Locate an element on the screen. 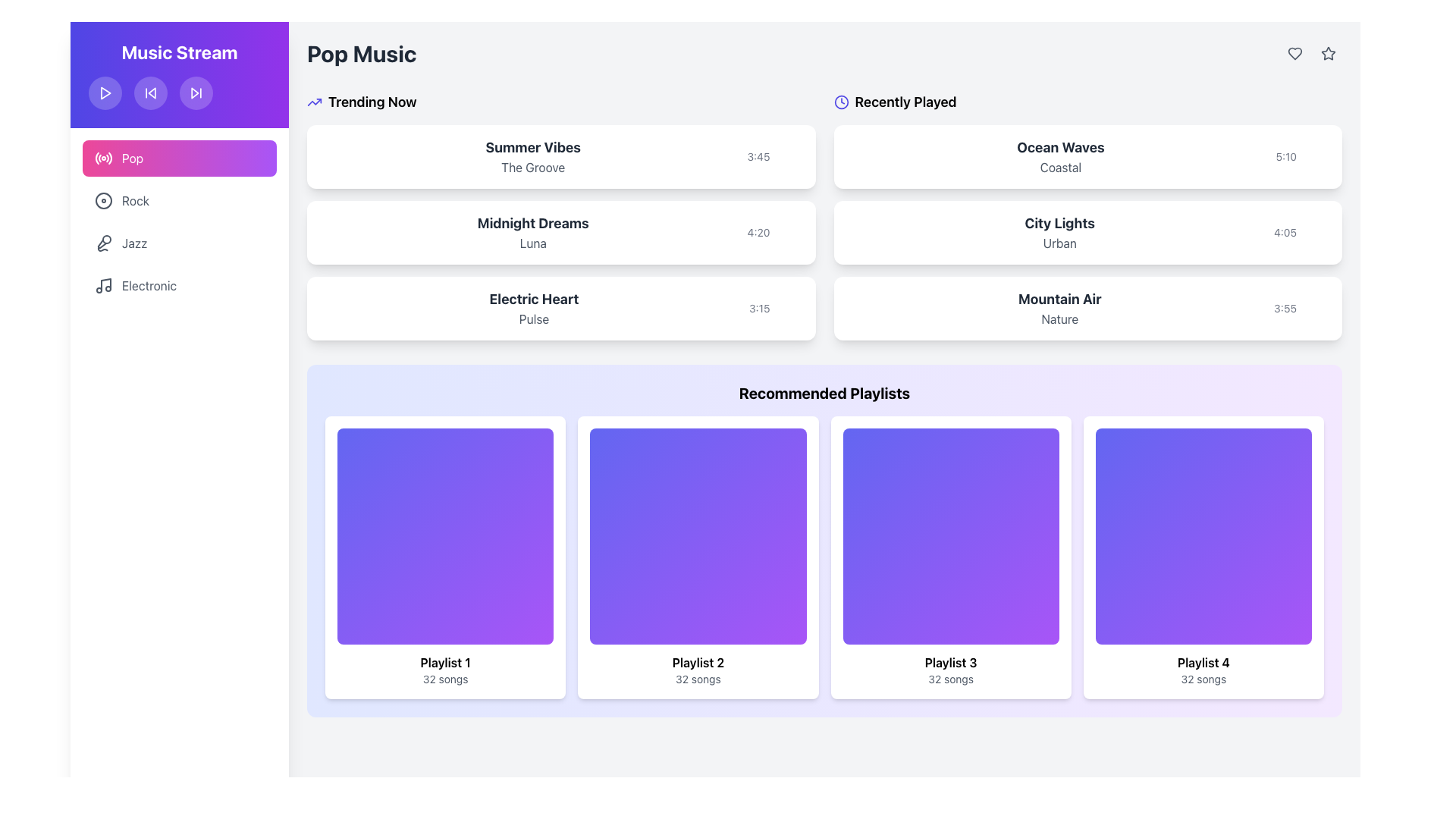  the first entry in the vertically stacked list of trending songs under the 'Trending Now' section, which displays the song's title, artist, and duration is located at coordinates (560, 157).